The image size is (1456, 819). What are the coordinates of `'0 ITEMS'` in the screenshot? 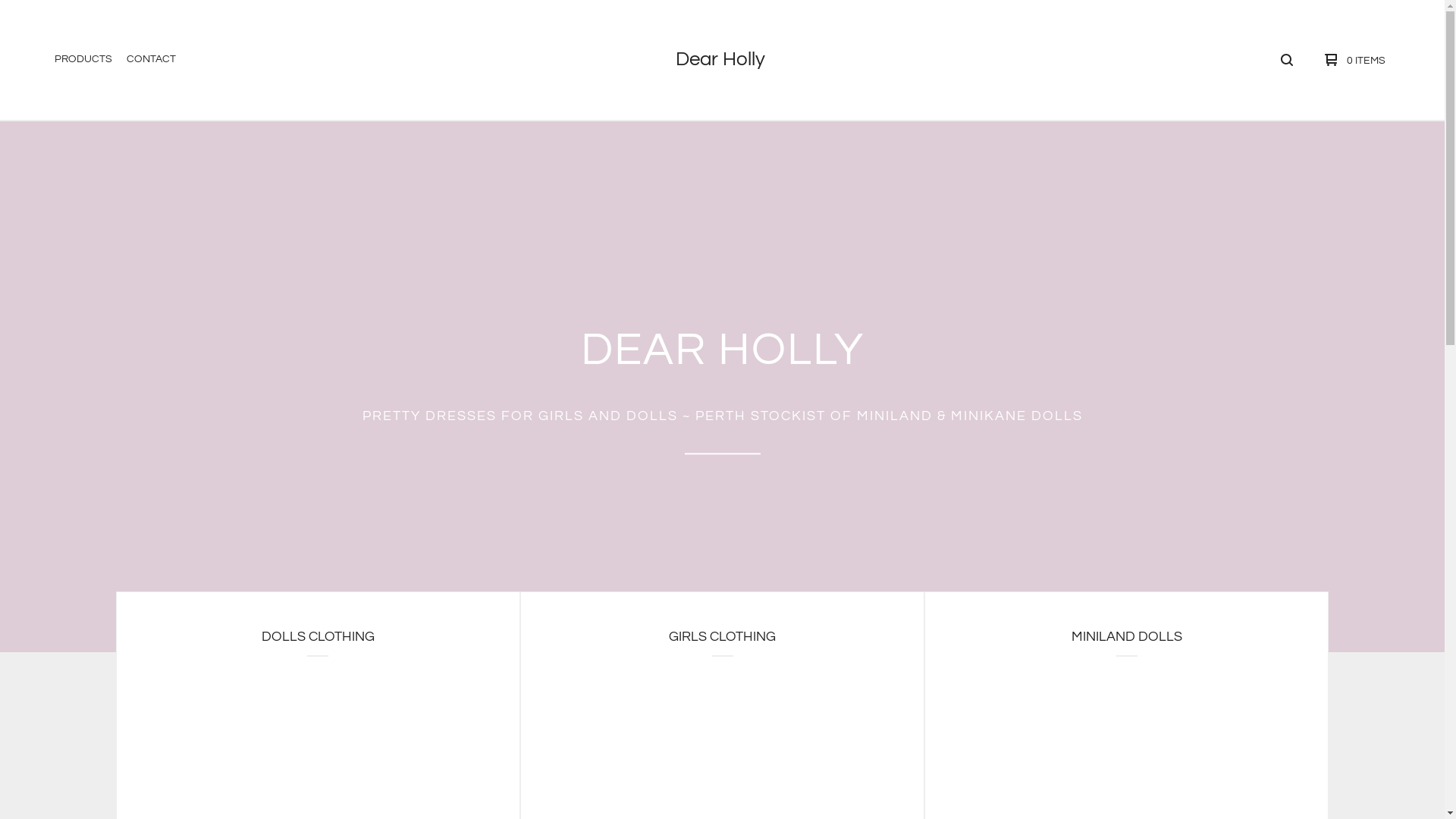 It's located at (1310, 58).